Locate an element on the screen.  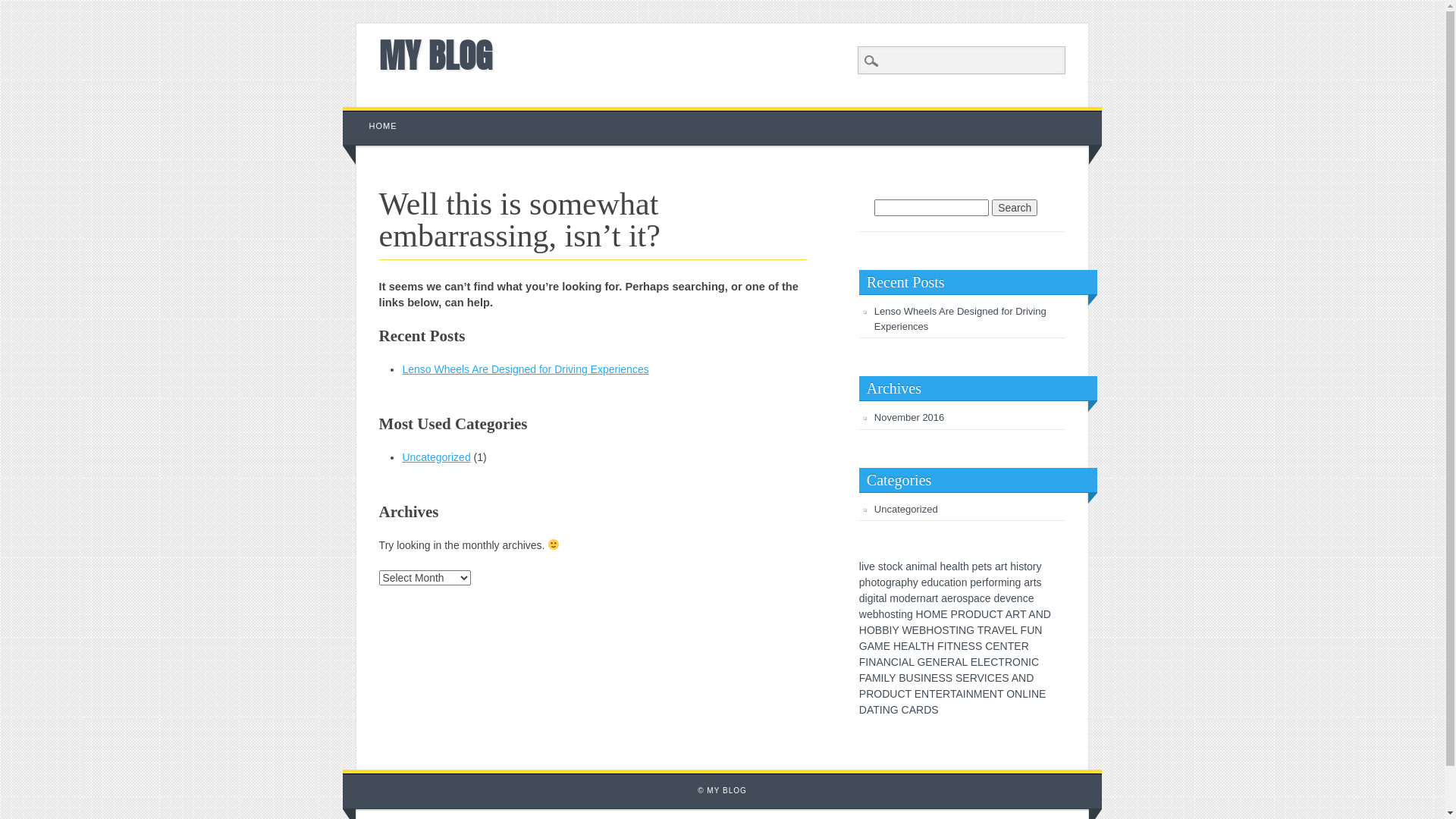
'I' is located at coordinates (986, 677).